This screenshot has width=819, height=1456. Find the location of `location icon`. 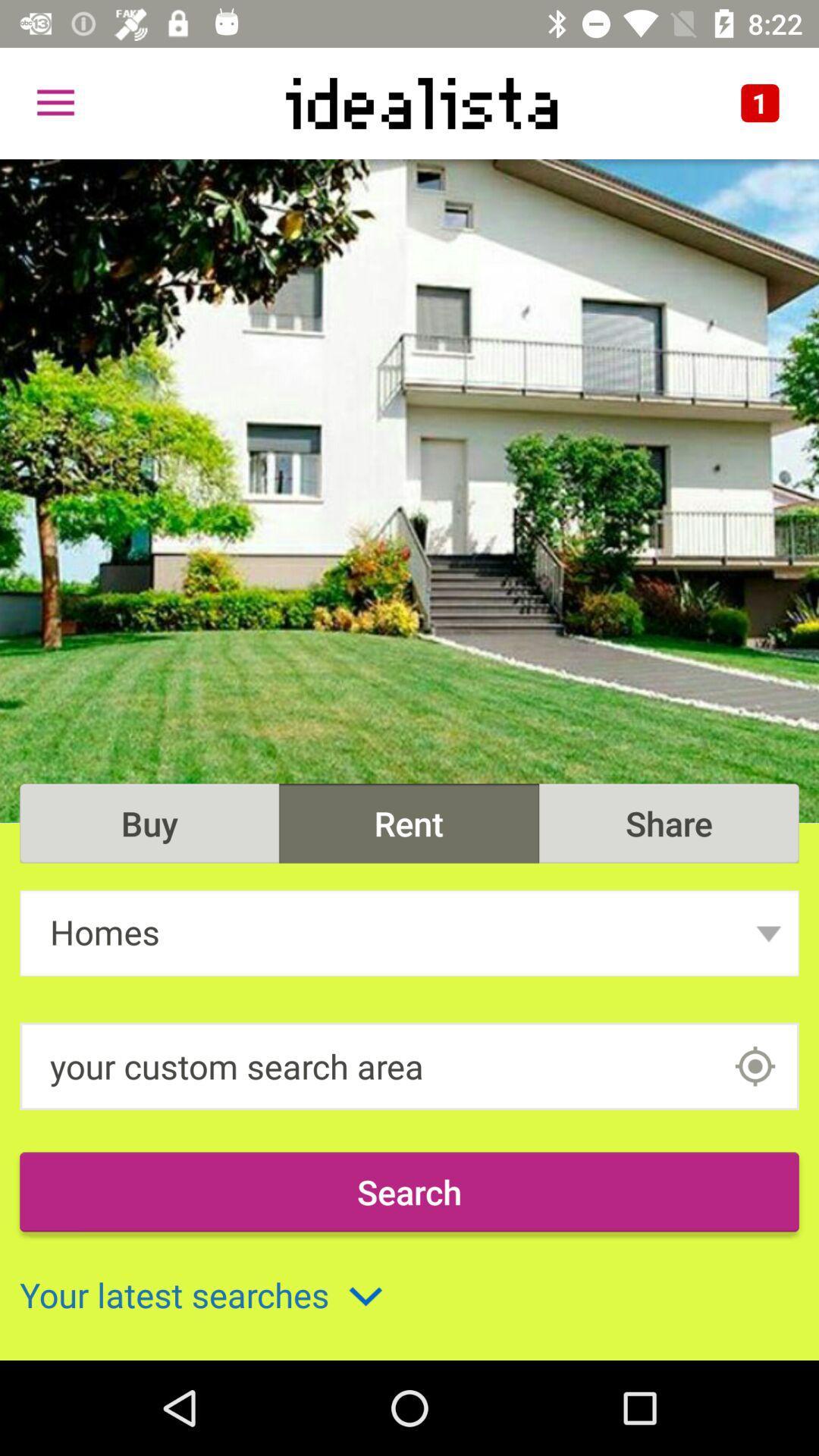

location icon is located at coordinates (755, 1065).